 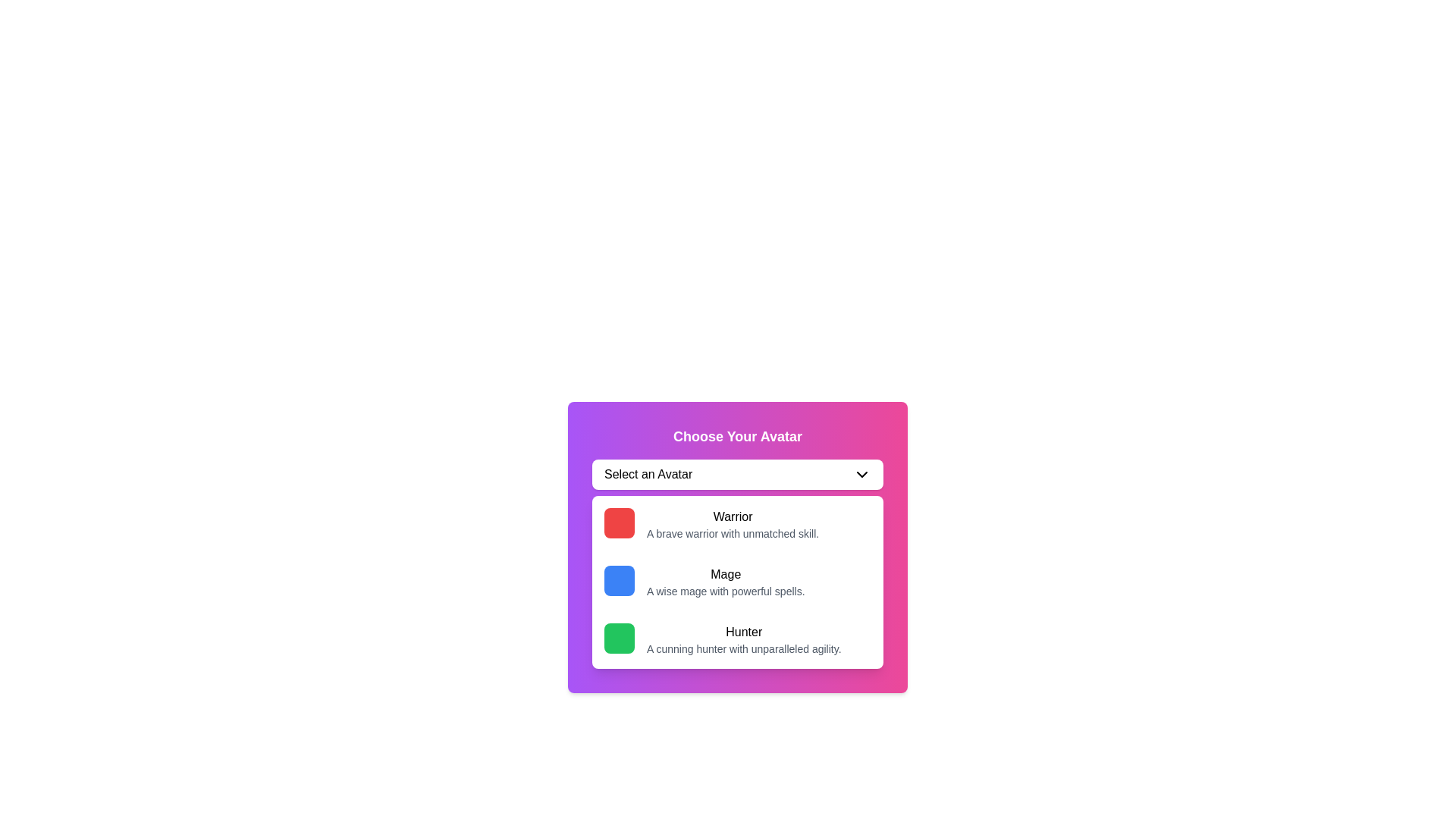 I want to click on the 'Mage' dropdown item, which is the second selectable option in the 'Choose Your Avatar' section, so click(x=738, y=564).